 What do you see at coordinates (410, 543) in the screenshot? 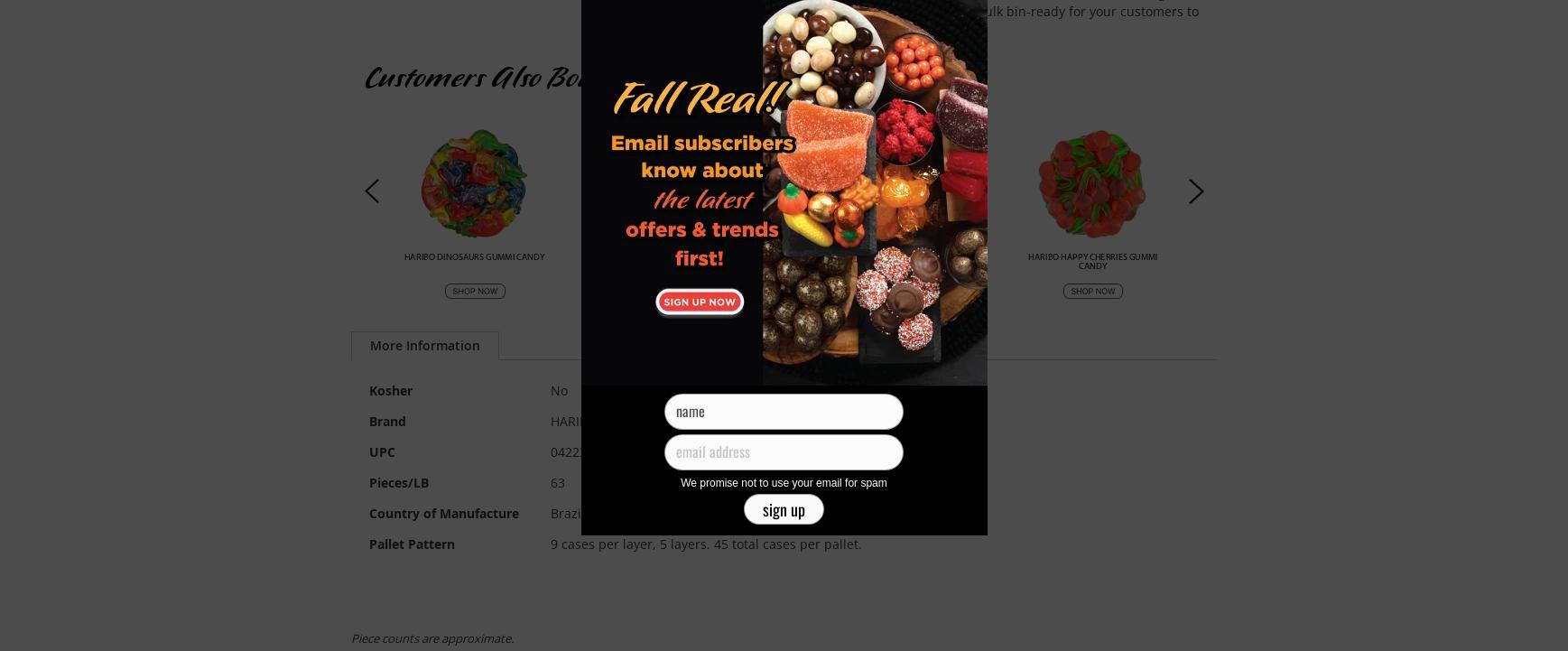
I see `'Pallet Pattern'` at bounding box center [410, 543].